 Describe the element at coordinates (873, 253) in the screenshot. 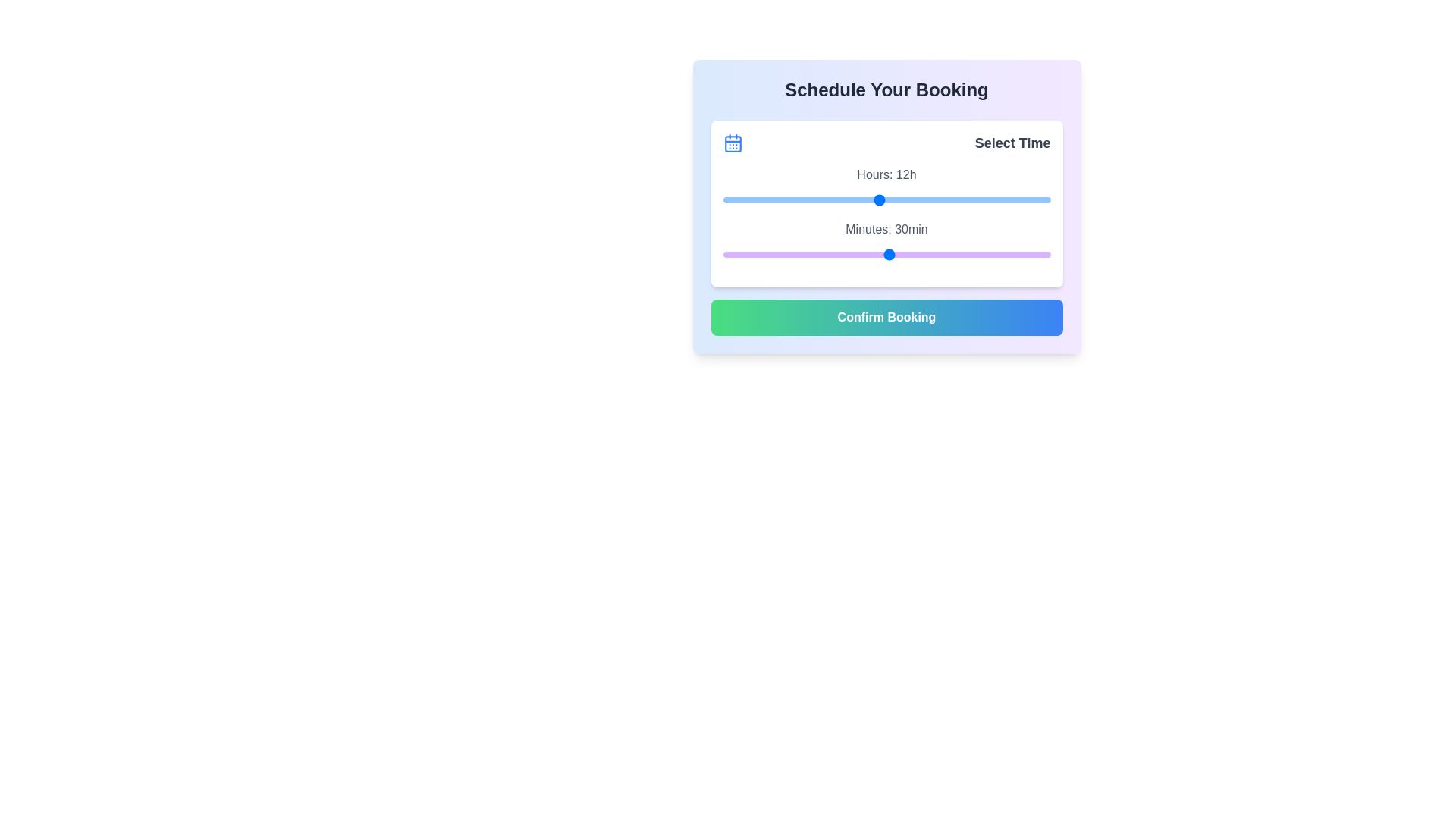

I see `the minutes slider to set it to 27 minutes` at that location.